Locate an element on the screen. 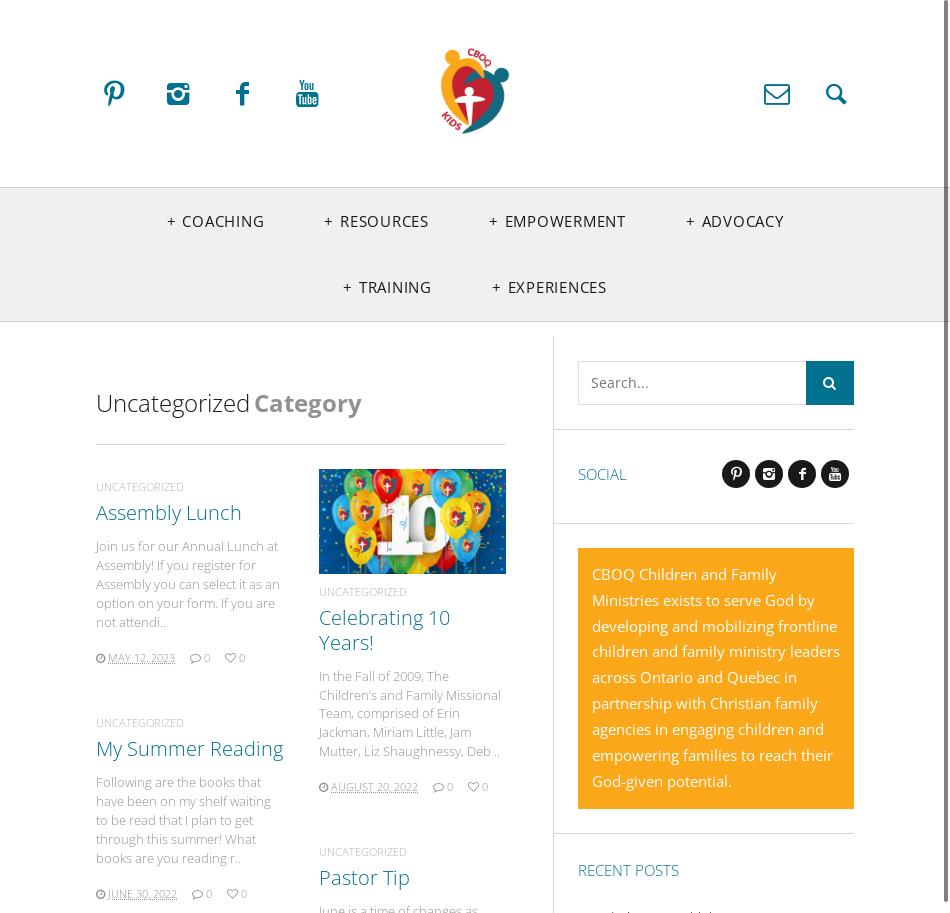 This screenshot has width=950, height=913. 'CBOQ Children and Family Ministries exists to serve God by developing and mobilizing frontline children and family ministry leaders across Ontario and Quebec in partnership with Christian family agencies in engaging children and empowering families to reach their God-given potential.' is located at coordinates (715, 676).